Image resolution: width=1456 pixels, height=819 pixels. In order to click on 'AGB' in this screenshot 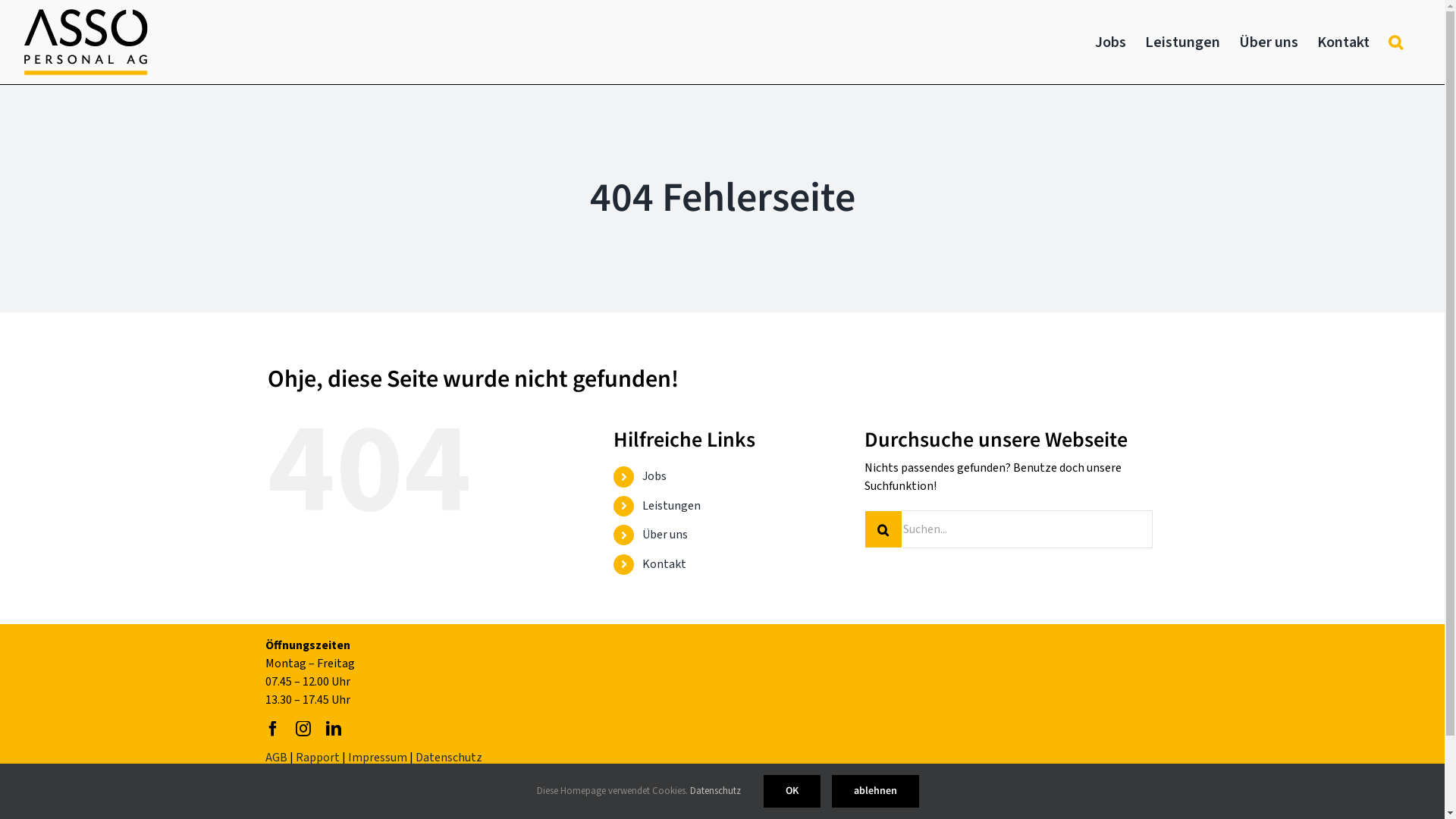, I will do `click(276, 758)`.